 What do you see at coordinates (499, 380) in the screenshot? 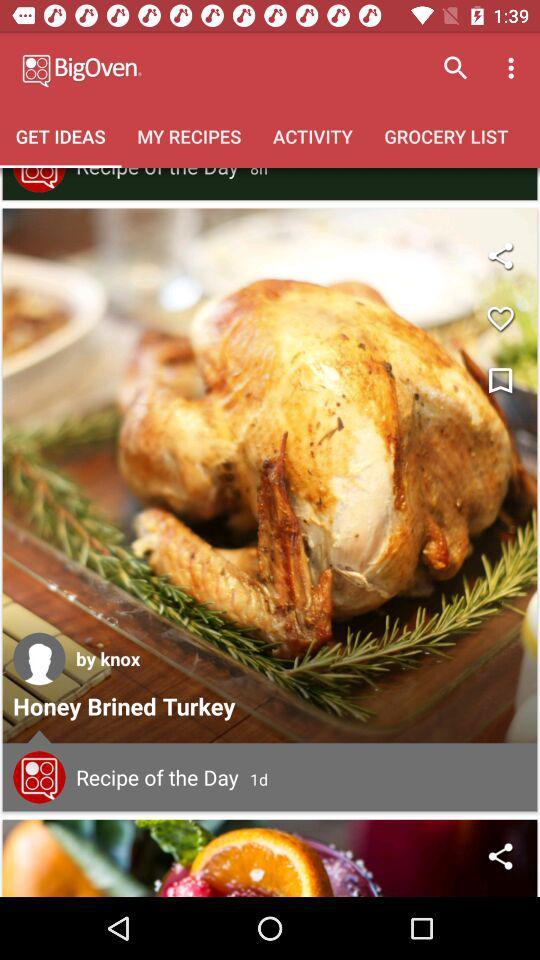
I see `the article` at bounding box center [499, 380].